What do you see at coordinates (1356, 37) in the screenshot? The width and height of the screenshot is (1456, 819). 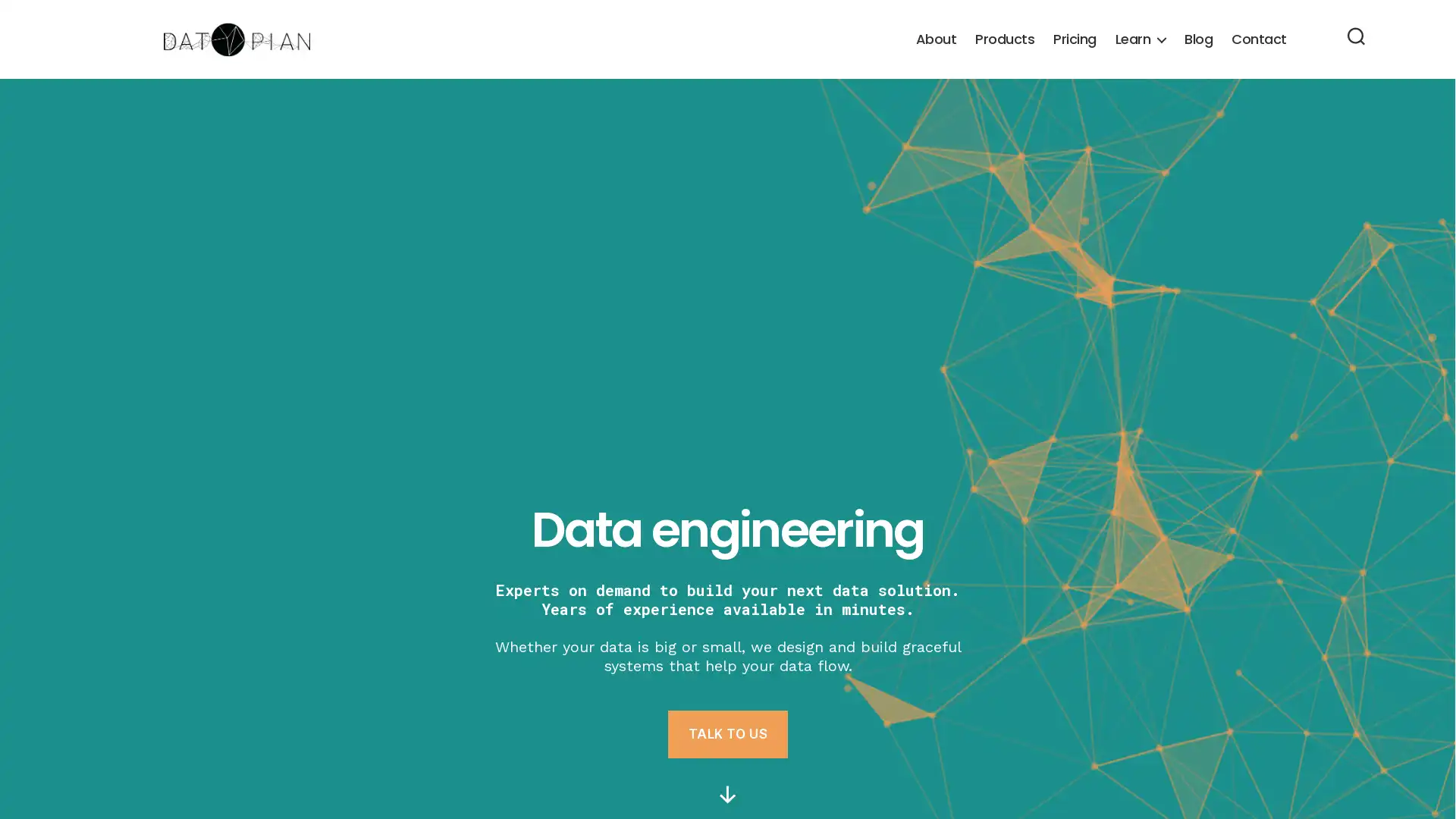 I see `Search` at bounding box center [1356, 37].